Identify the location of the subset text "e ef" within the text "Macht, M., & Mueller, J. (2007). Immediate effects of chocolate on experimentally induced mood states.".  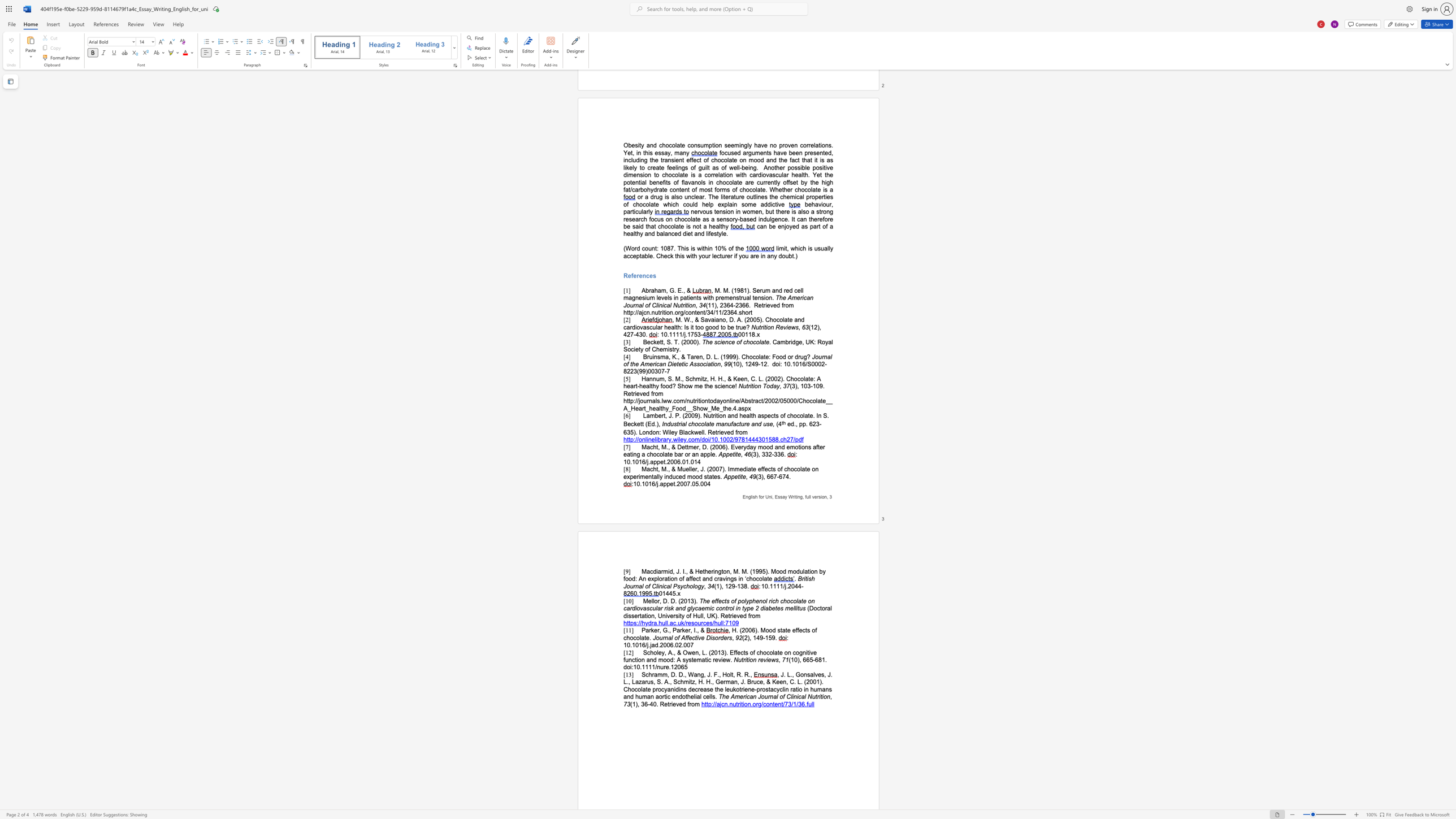
(752, 469).